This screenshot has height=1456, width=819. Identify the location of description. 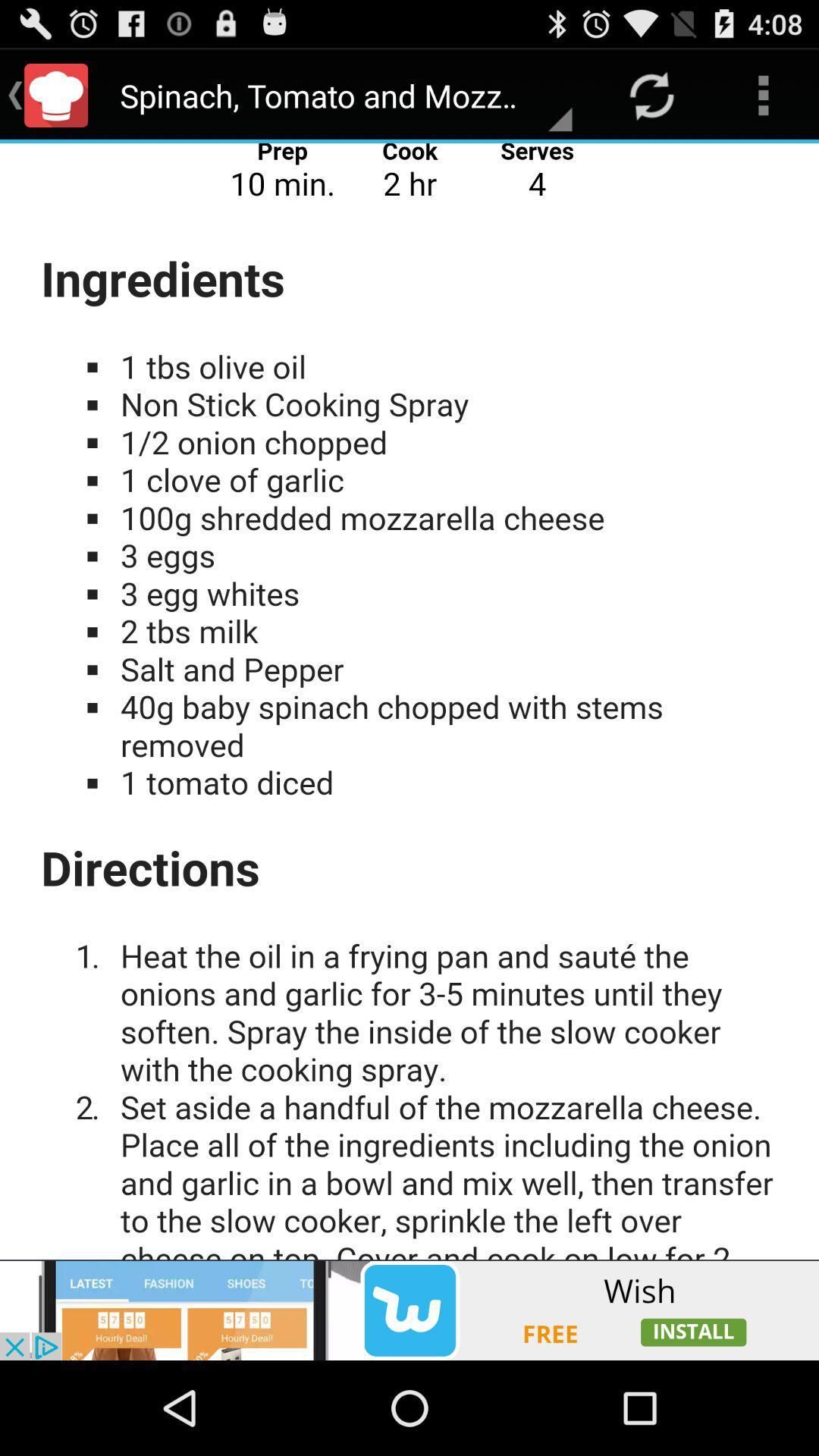
(409, 701).